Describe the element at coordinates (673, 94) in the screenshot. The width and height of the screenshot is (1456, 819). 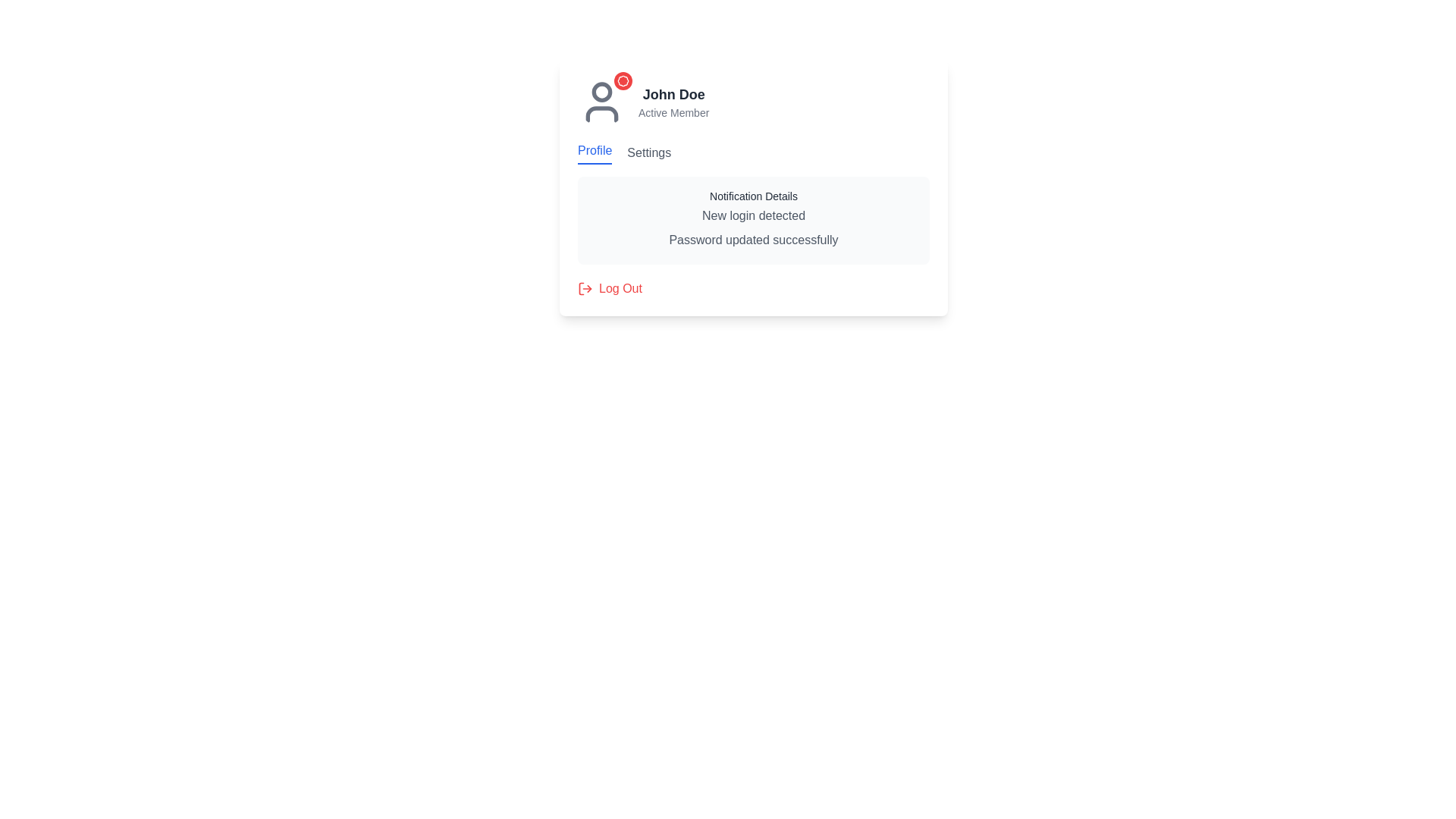
I see `the text element displaying 'John Doe' in bold, which is located above the subtitle 'Active Member' in the user profile card` at that location.